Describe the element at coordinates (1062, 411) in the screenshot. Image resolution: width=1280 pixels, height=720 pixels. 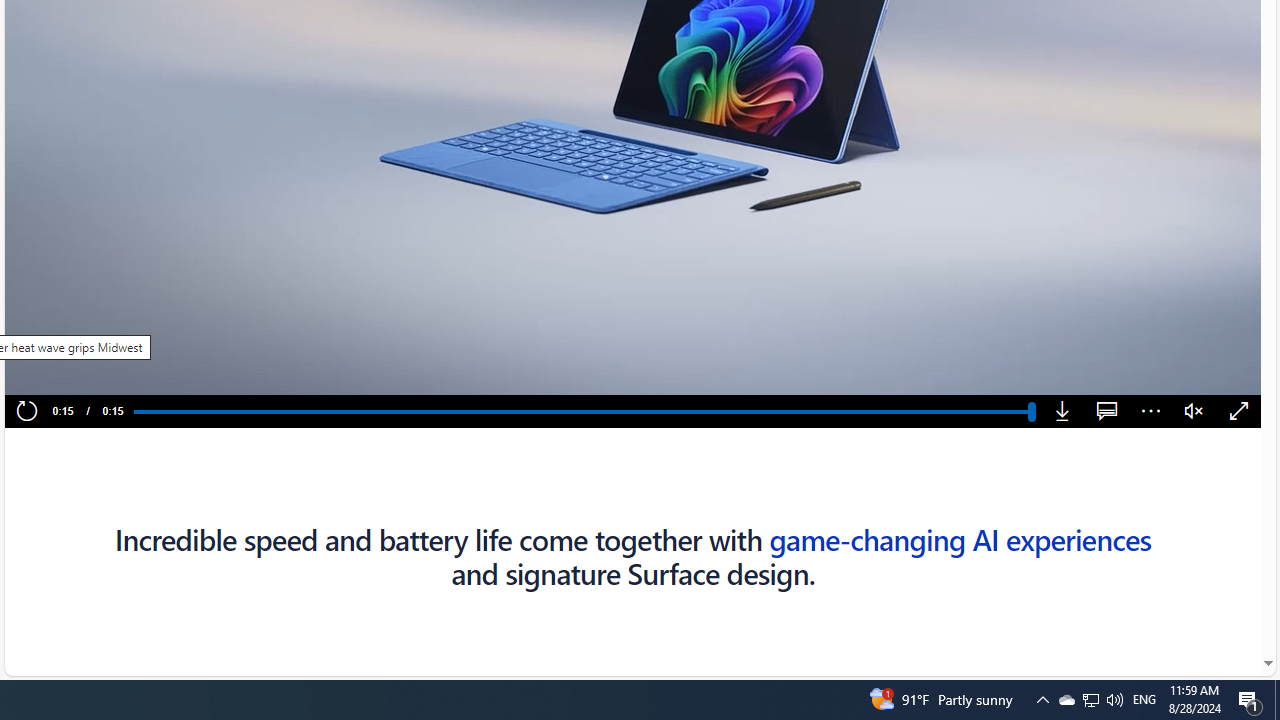
I see `'Download'` at that location.